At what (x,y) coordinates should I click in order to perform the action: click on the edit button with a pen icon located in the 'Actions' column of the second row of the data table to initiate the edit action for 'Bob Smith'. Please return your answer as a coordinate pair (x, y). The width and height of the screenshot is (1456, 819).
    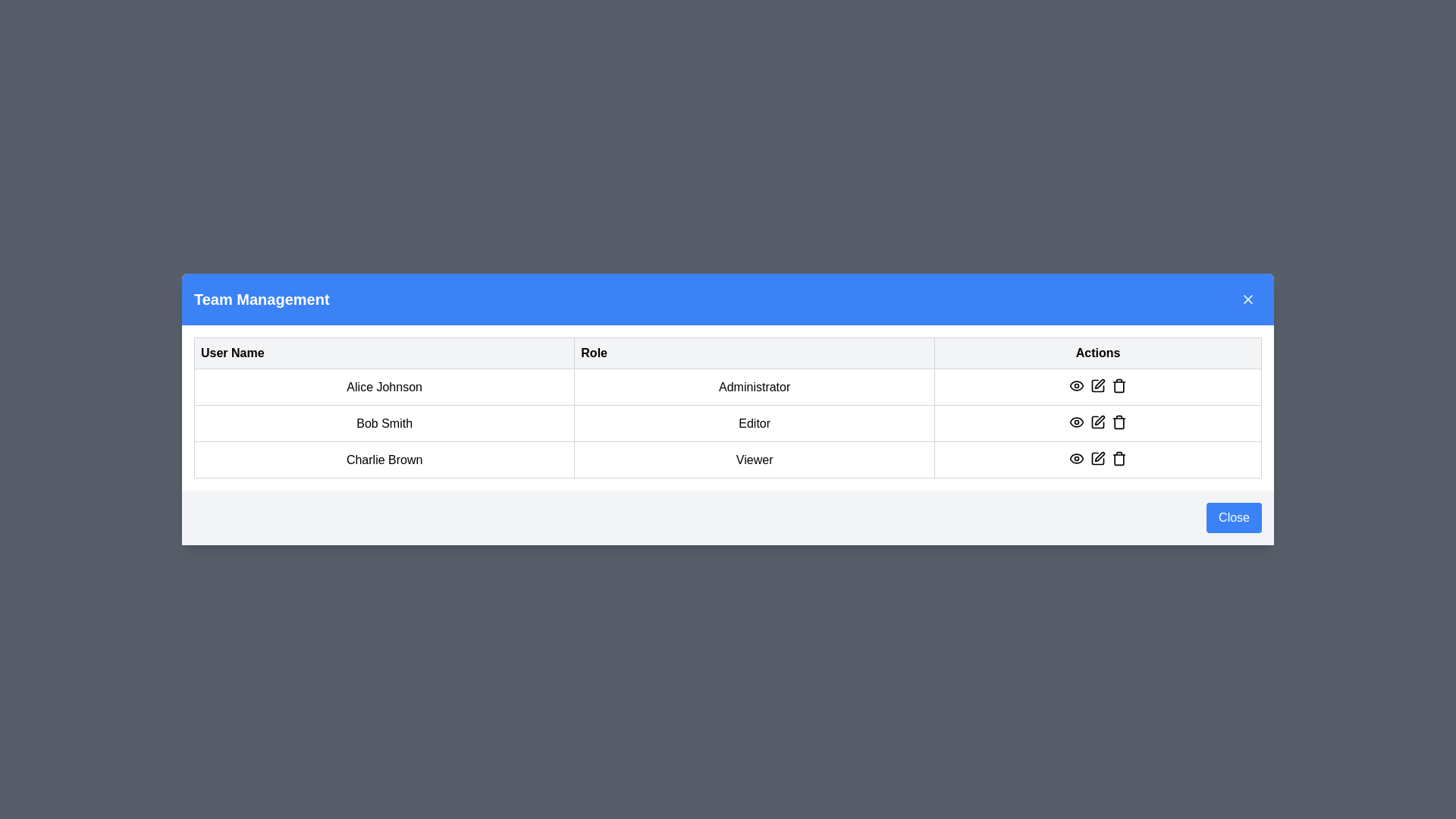
    Looking at the image, I should click on (1098, 422).